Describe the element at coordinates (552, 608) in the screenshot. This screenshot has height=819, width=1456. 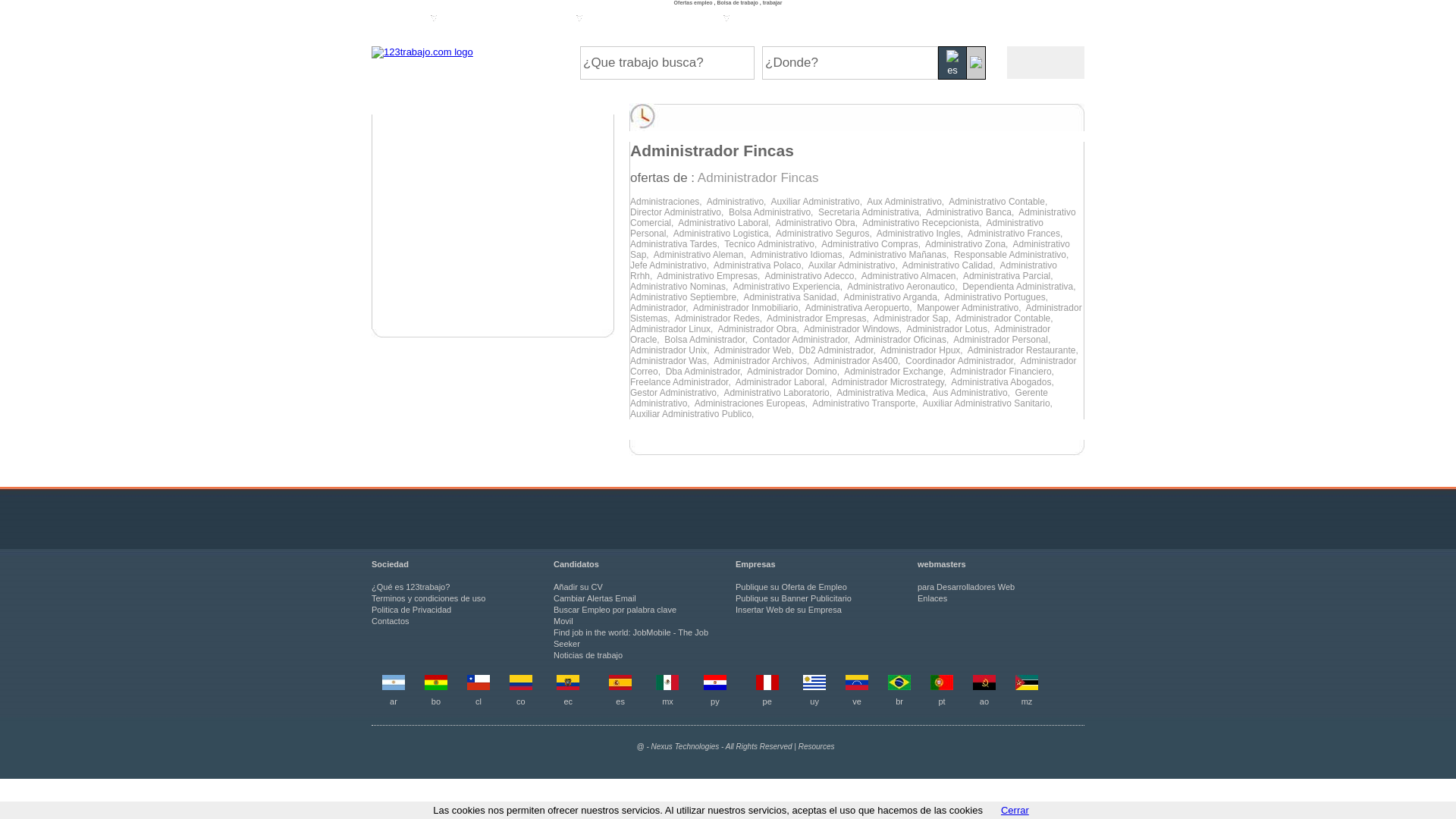
I see `'Buscar Empleo por palabra clave'` at that location.